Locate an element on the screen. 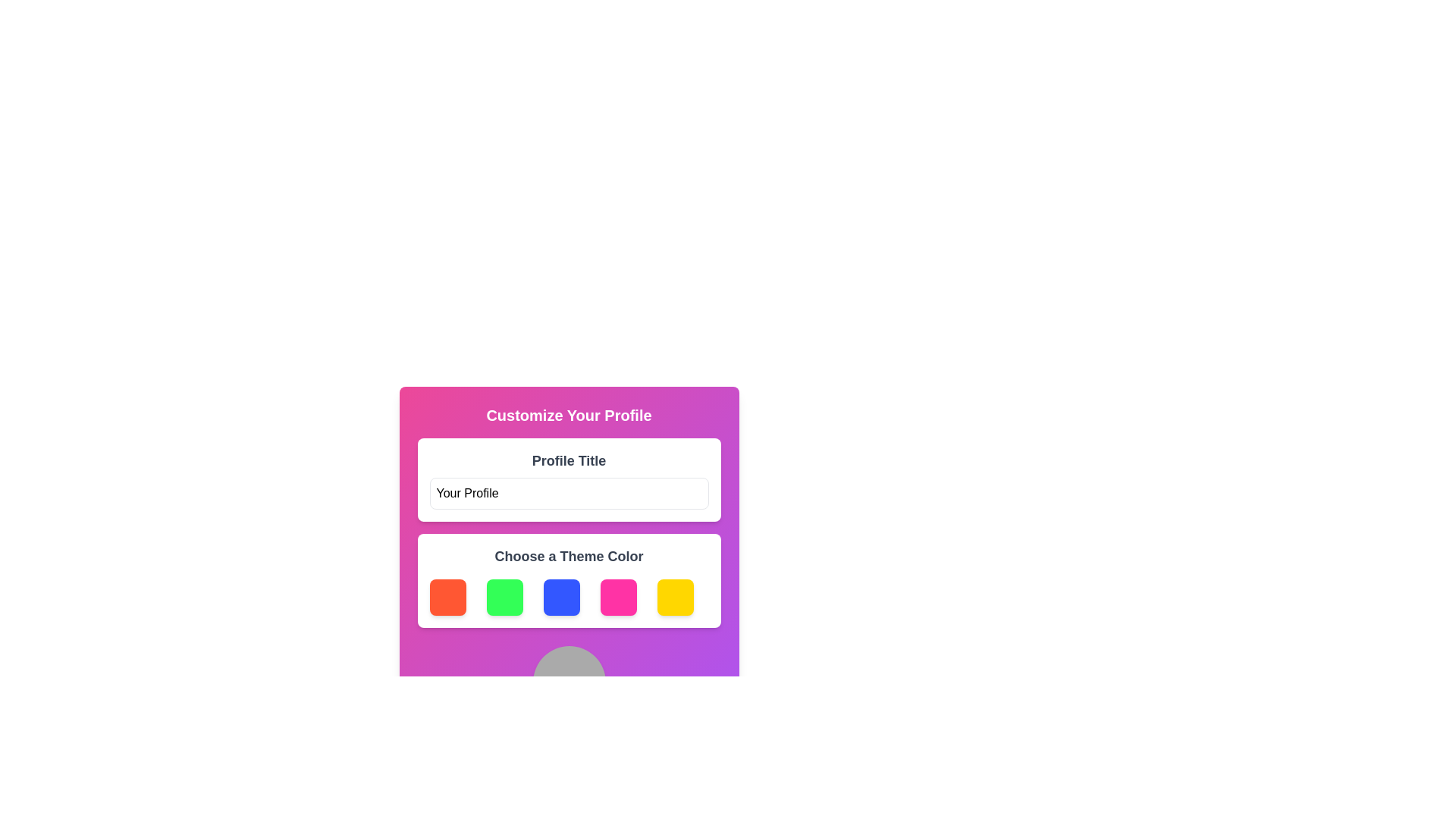 The image size is (1456, 819). the 'Profile Title' text label, which is a bold and larger gray font displayed at the top of a white card with rounded corners is located at coordinates (568, 460).